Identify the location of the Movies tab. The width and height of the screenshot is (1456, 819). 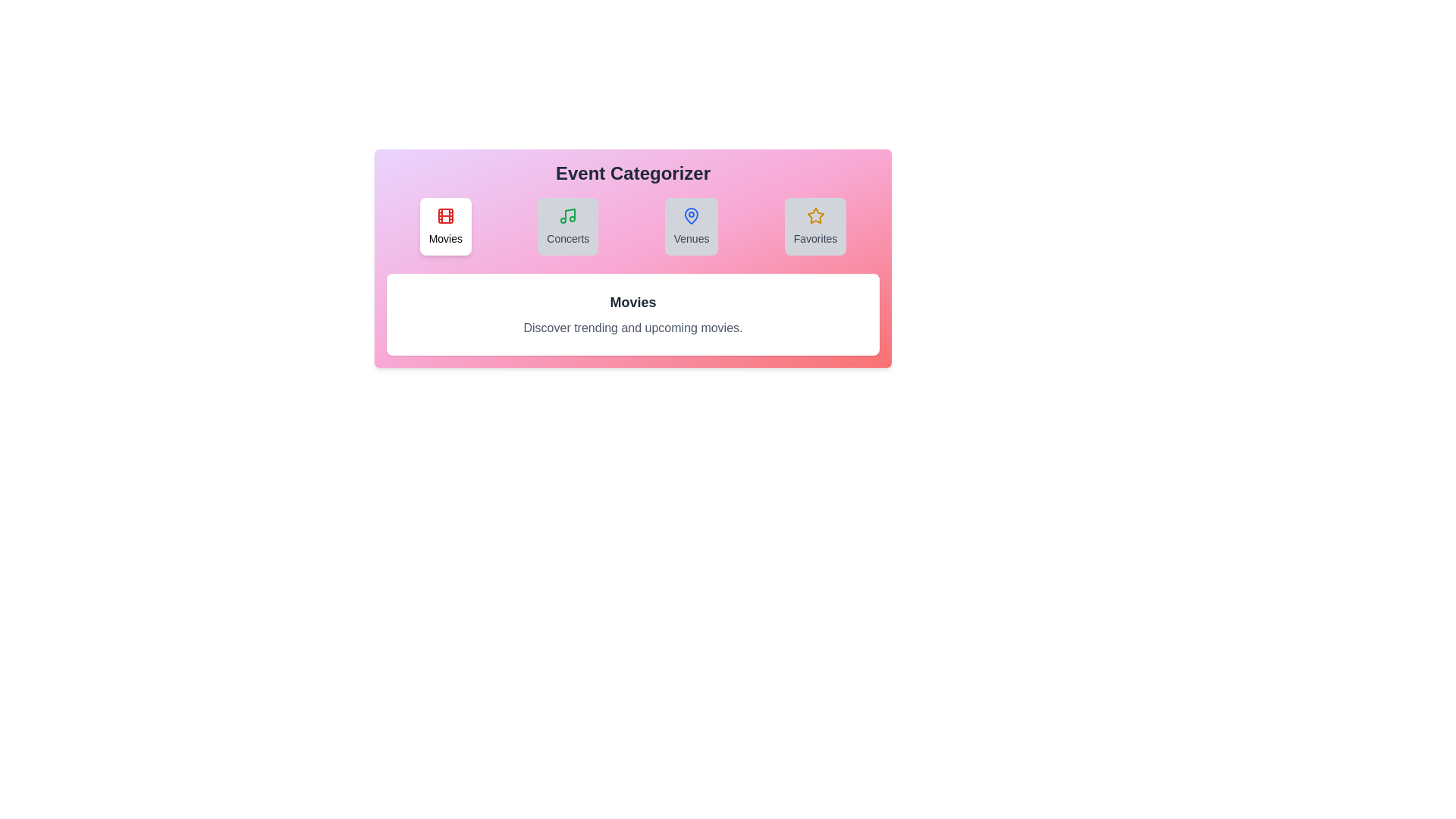
(444, 227).